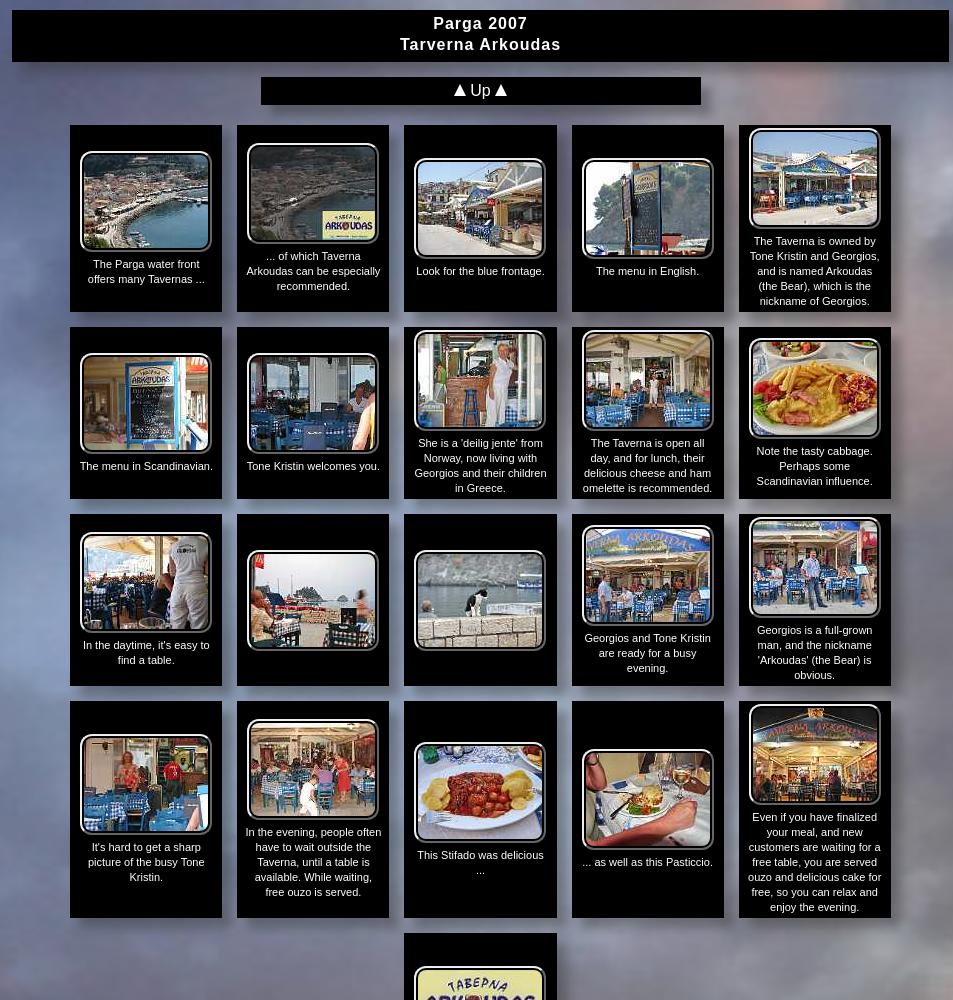 This screenshot has width=953, height=1000. What do you see at coordinates (646, 464) in the screenshot?
I see `'The Taverna is open all day, and for lunch, their delicious cheese and ham omelette is recommended.'` at bounding box center [646, 464].